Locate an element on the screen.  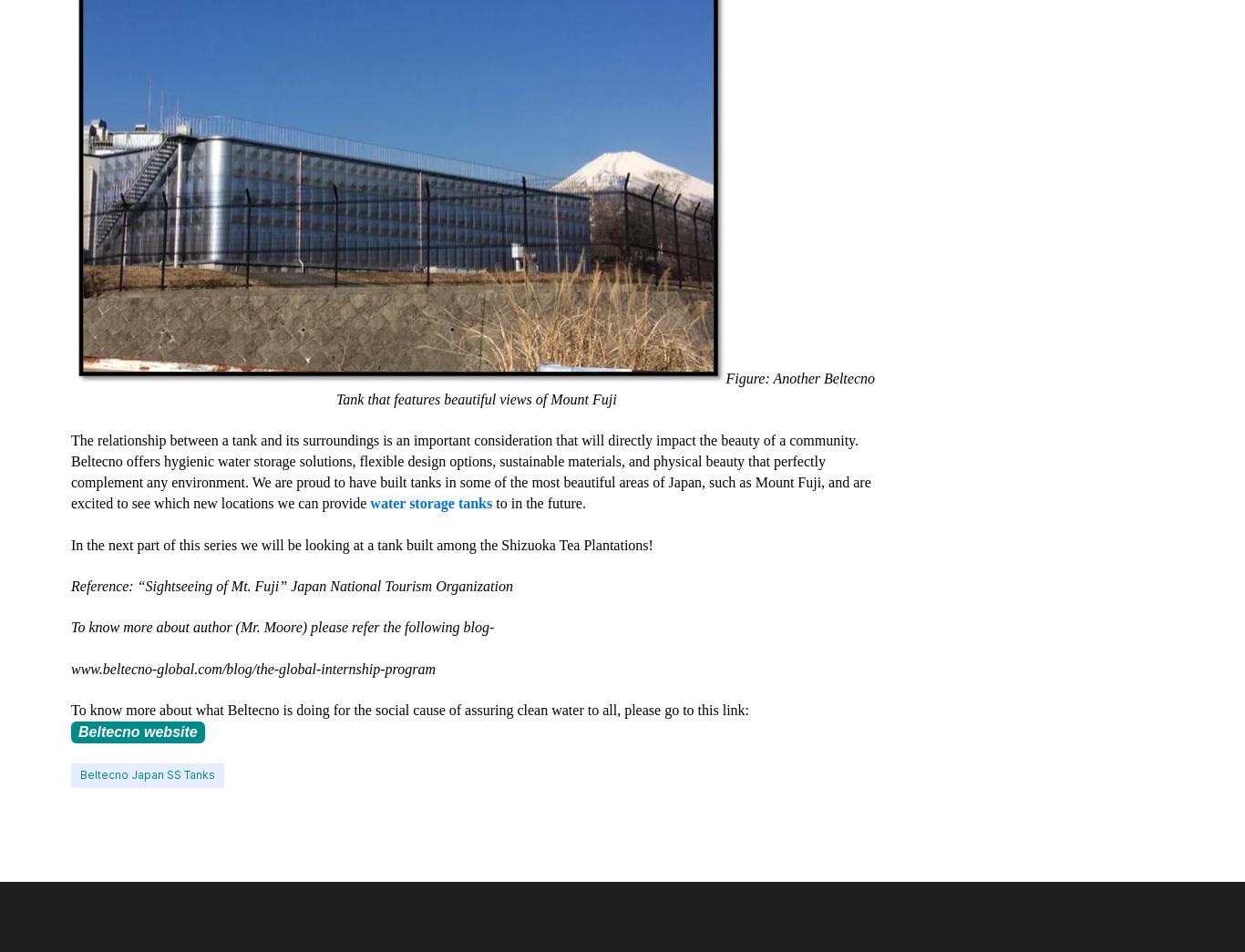
'To know more about author (Mr. Moore) please refer the following blog-' is located at coordinates (282, 627).